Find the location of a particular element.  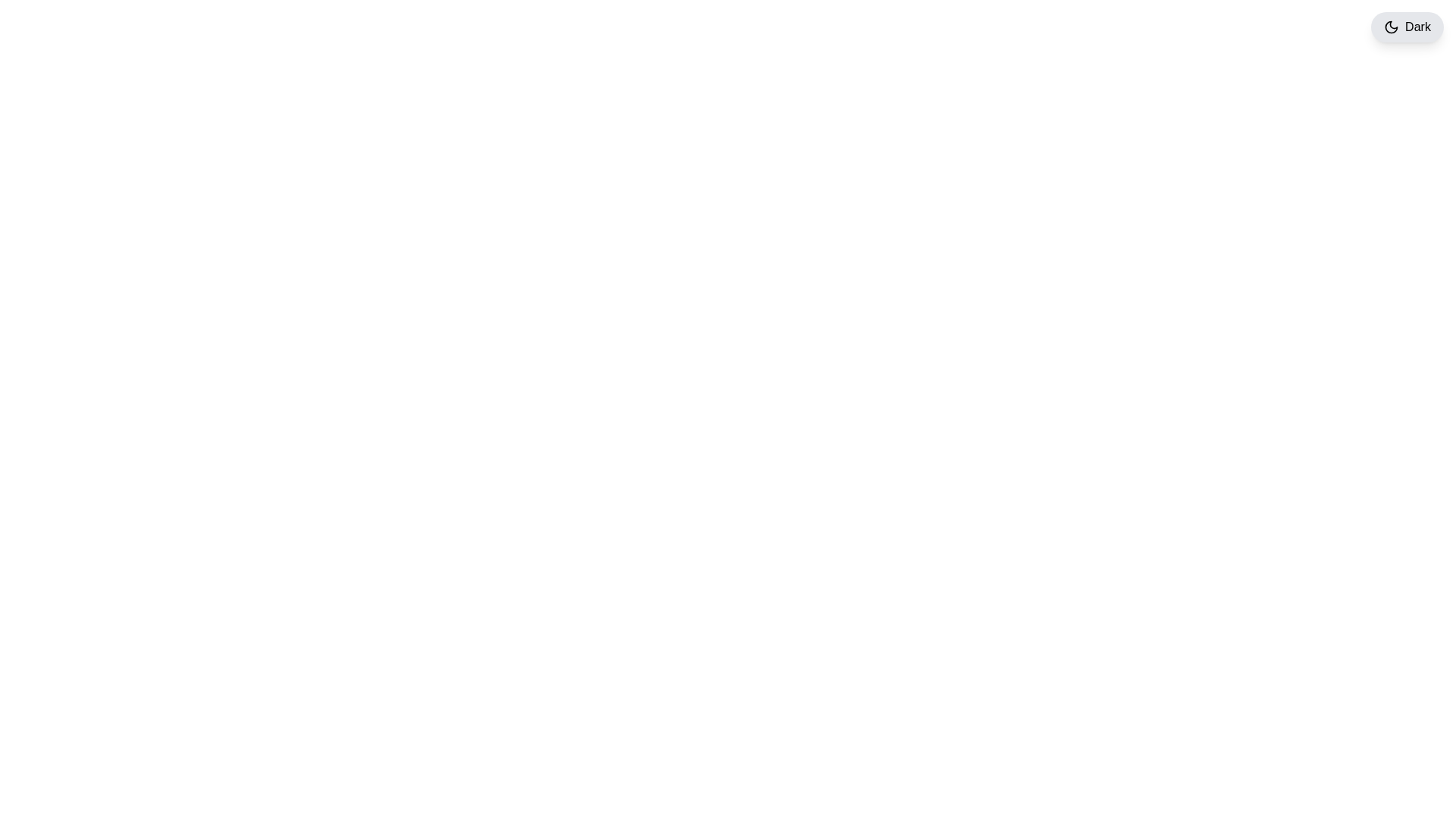

the theme toggle button to switch the theme is located at coordinates (1407, 27).